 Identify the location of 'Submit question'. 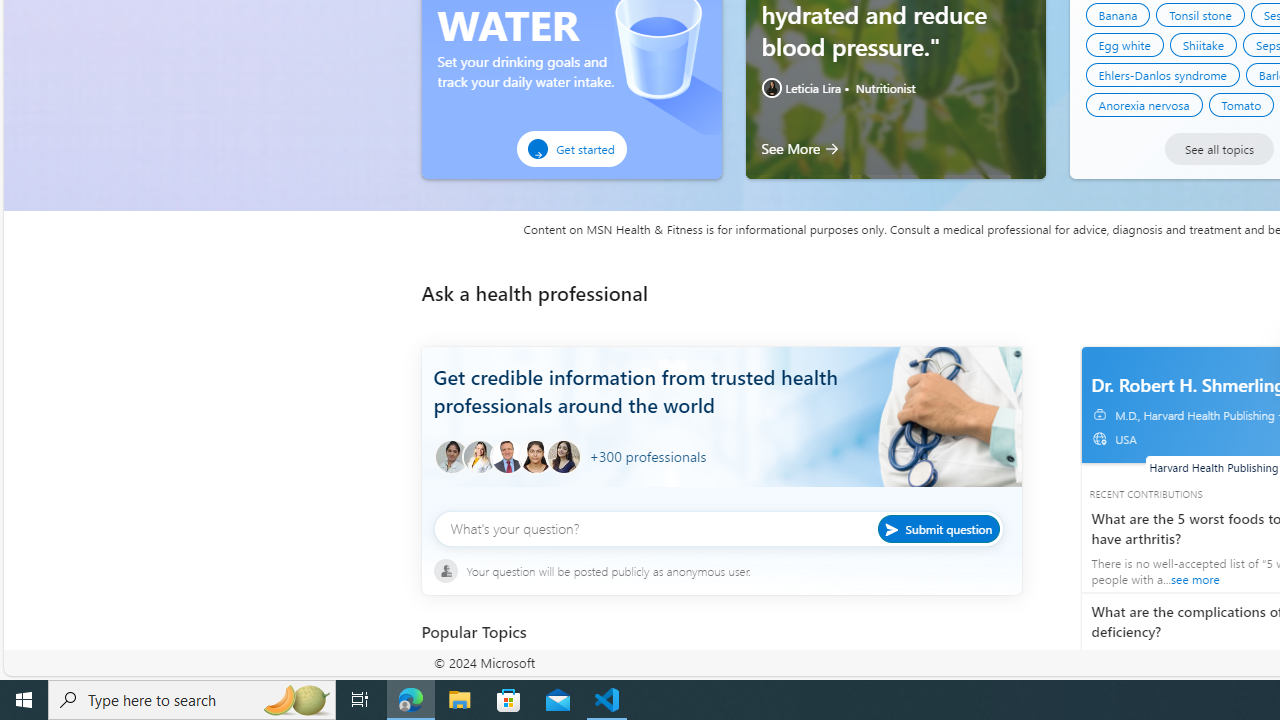
(937, 527).